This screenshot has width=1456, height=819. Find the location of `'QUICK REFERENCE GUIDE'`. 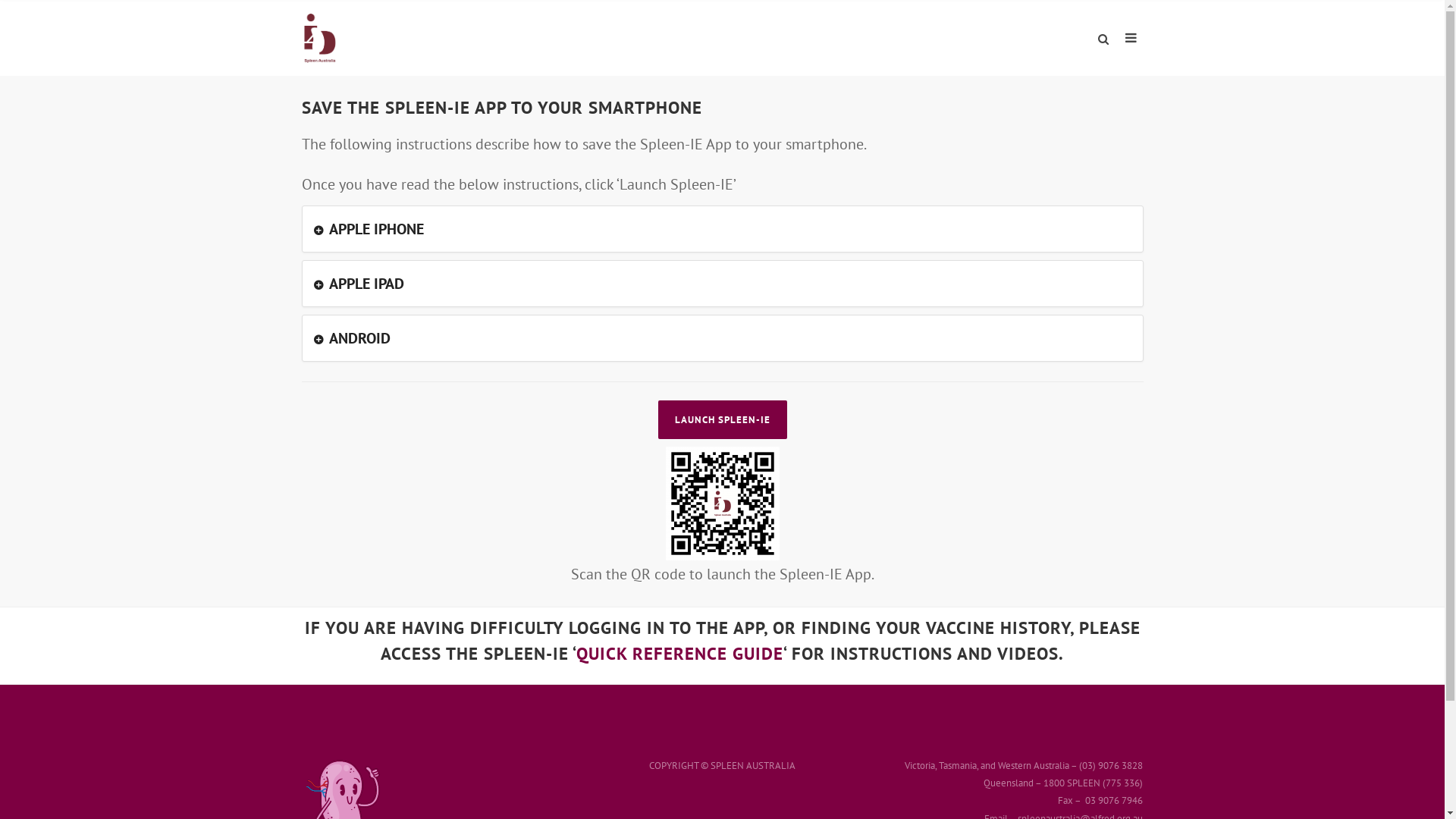

'QUICK REFERENCE GUIDE' is located at coordinates (679, 652).